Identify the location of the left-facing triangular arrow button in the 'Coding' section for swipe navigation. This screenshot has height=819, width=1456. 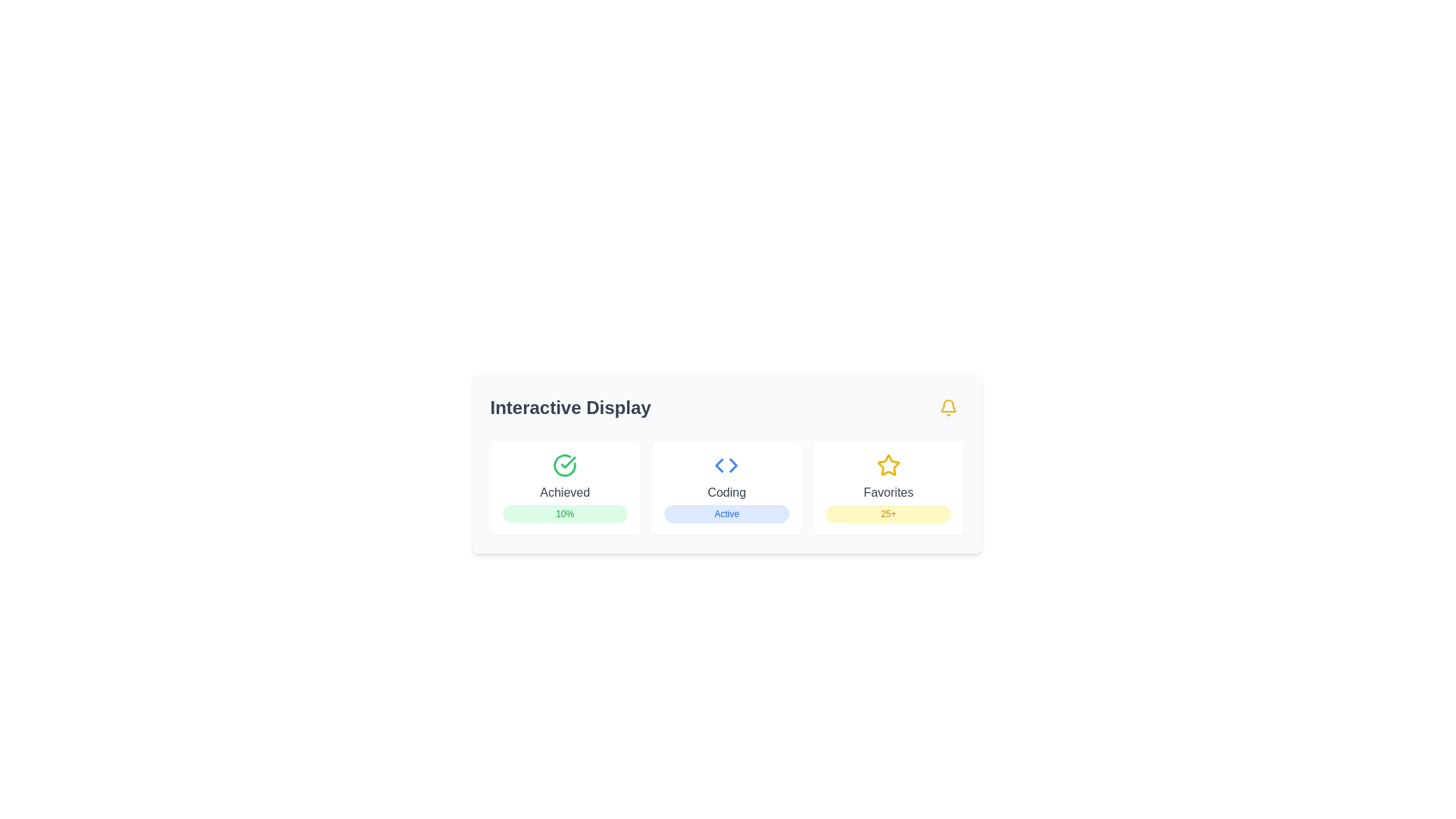
(719, 464).